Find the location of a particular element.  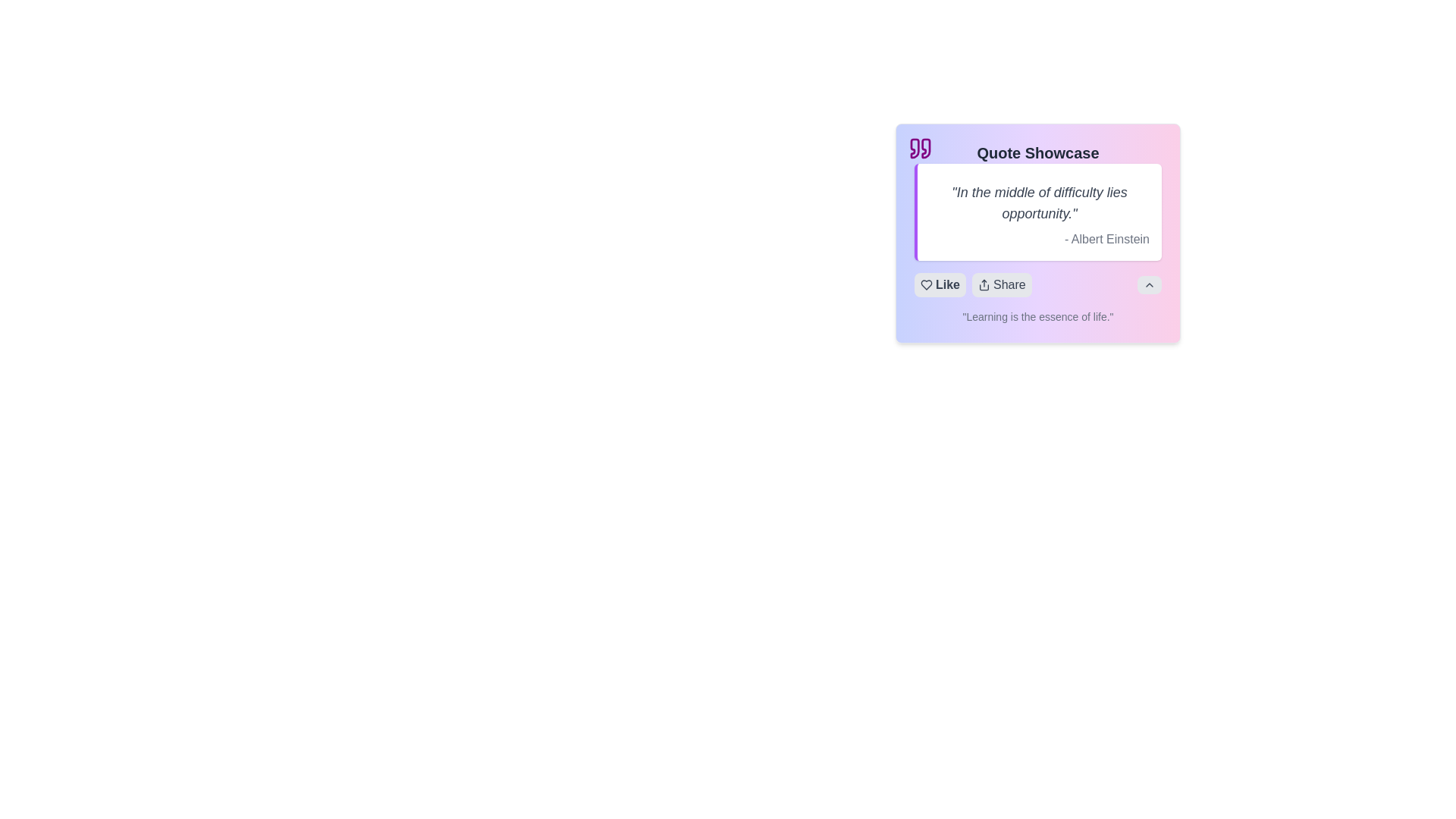

the SVG heart shape icon representing the 'like' or 'favorite' feature is located at coordinates (926, 284).